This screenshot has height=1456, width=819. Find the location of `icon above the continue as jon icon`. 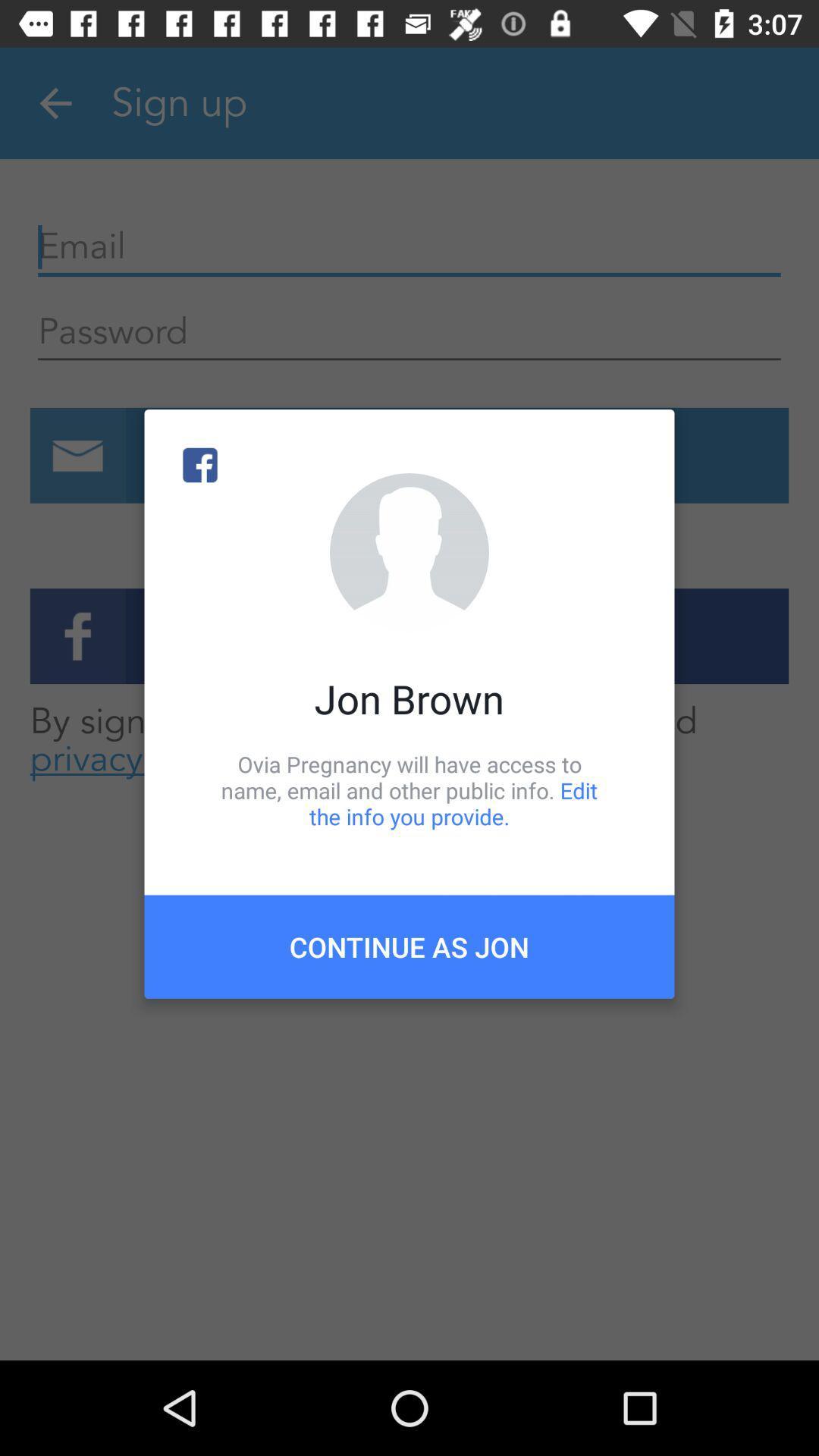

icon above the continue as jon icon is located at coordinates (409, 789).